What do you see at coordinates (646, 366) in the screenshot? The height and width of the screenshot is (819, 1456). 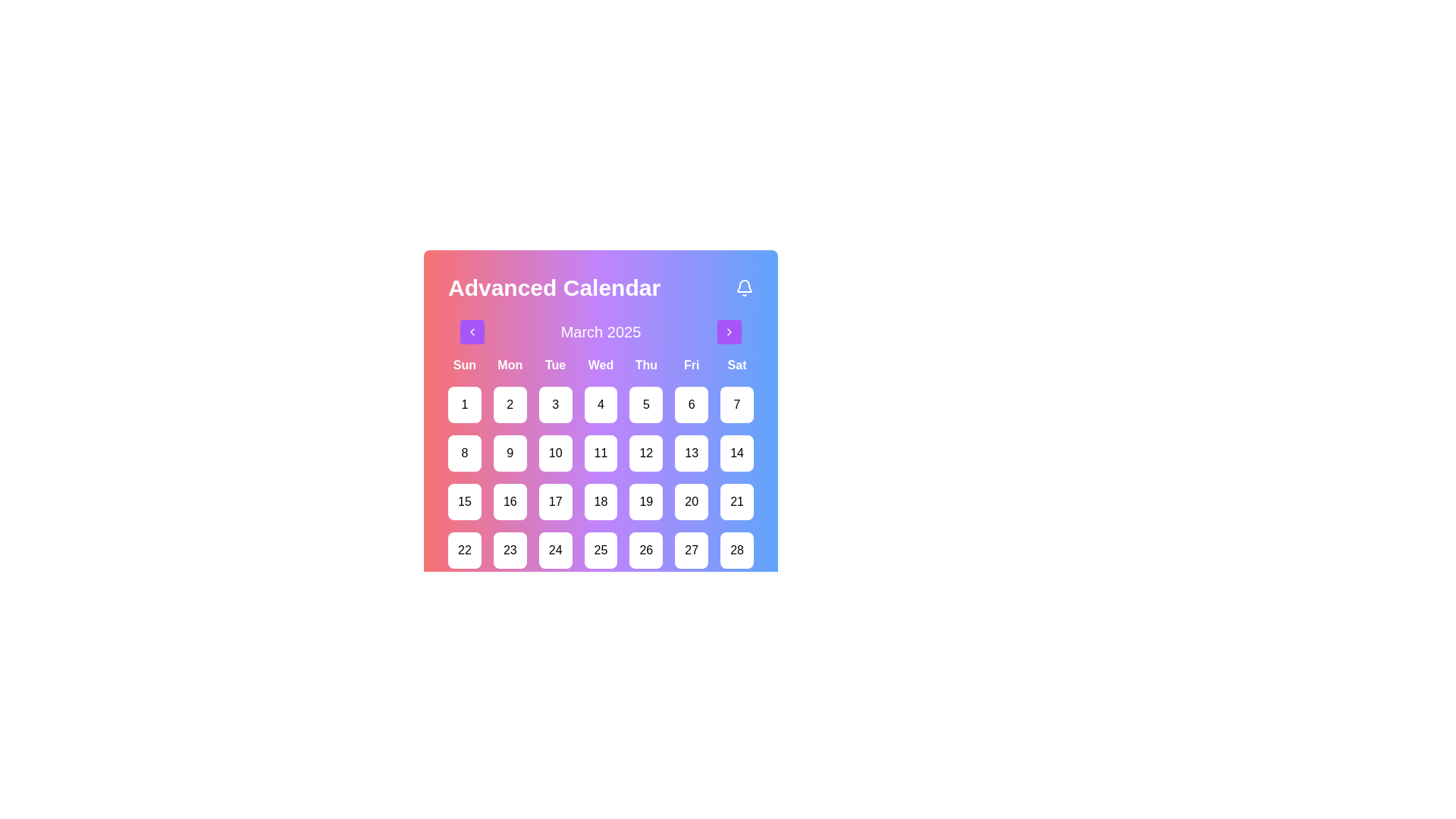 I see `the text block displaying 'Thu' in bold font, which is the fifth weekday label in the calendar header, positioned between 'Wed' and 'Fri'` at bounding box center [646, 366].